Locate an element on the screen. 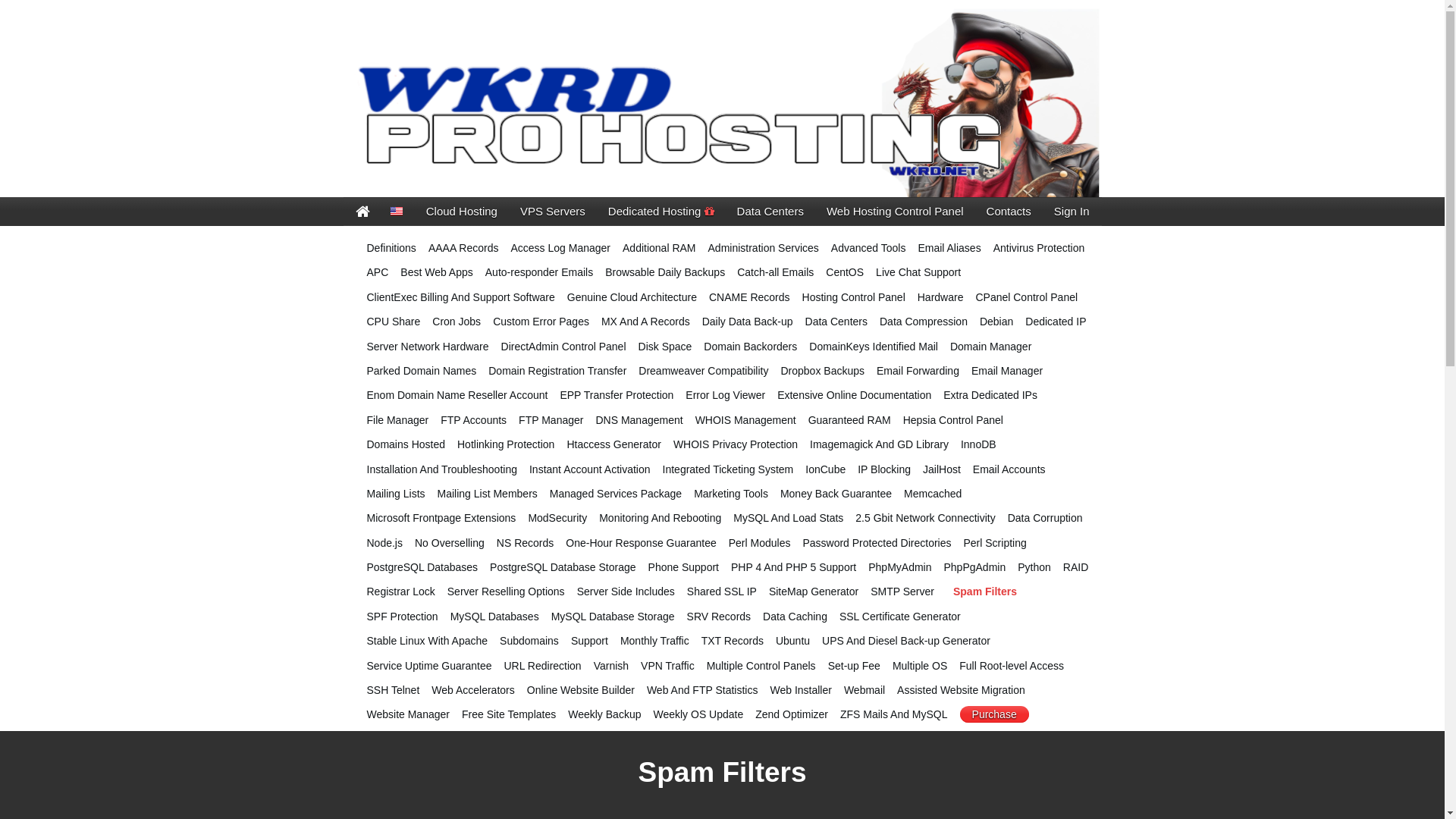  'Money Back Guarantee' is located at coordinates (780, 494).